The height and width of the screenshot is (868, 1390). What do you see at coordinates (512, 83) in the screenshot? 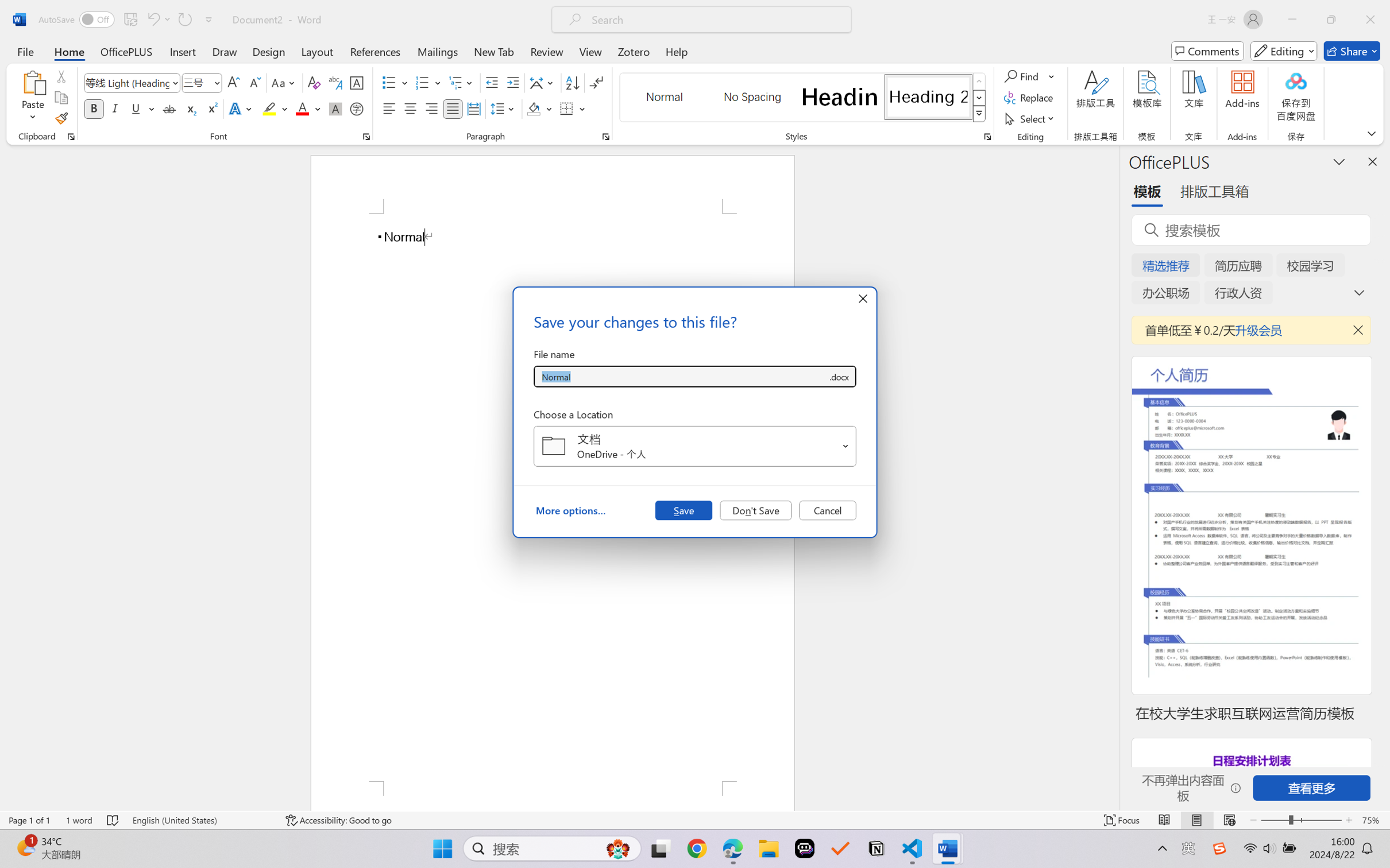
I see `'Increase Indent'` at bounding box center [512, 83].